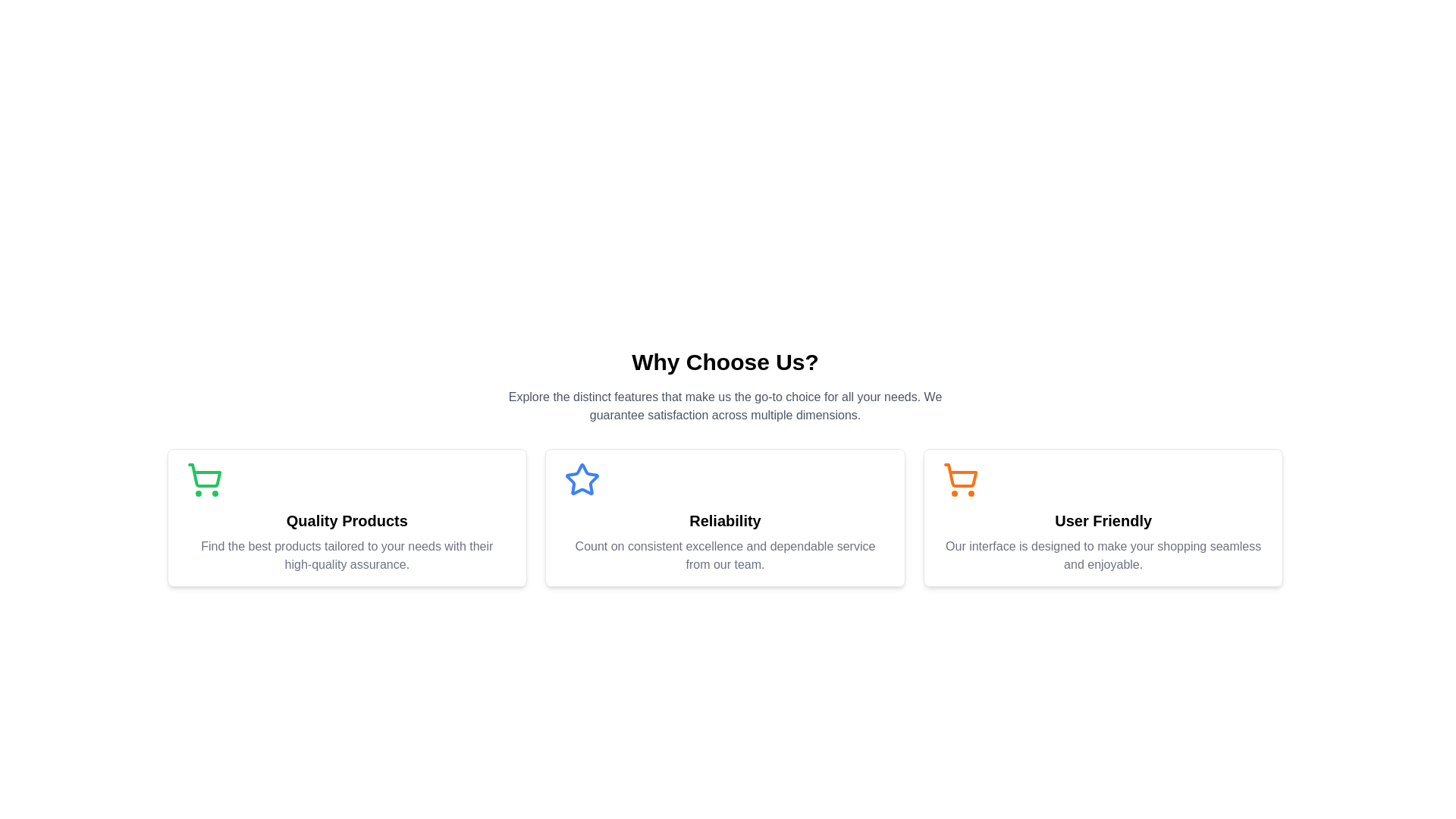 This screenshot has width=1456, height=819. I want to click on text label that says 'Quality Products', which is a bold, black text centrally positioned within the first card of three horizontally arranged cards, so click(346, 519).